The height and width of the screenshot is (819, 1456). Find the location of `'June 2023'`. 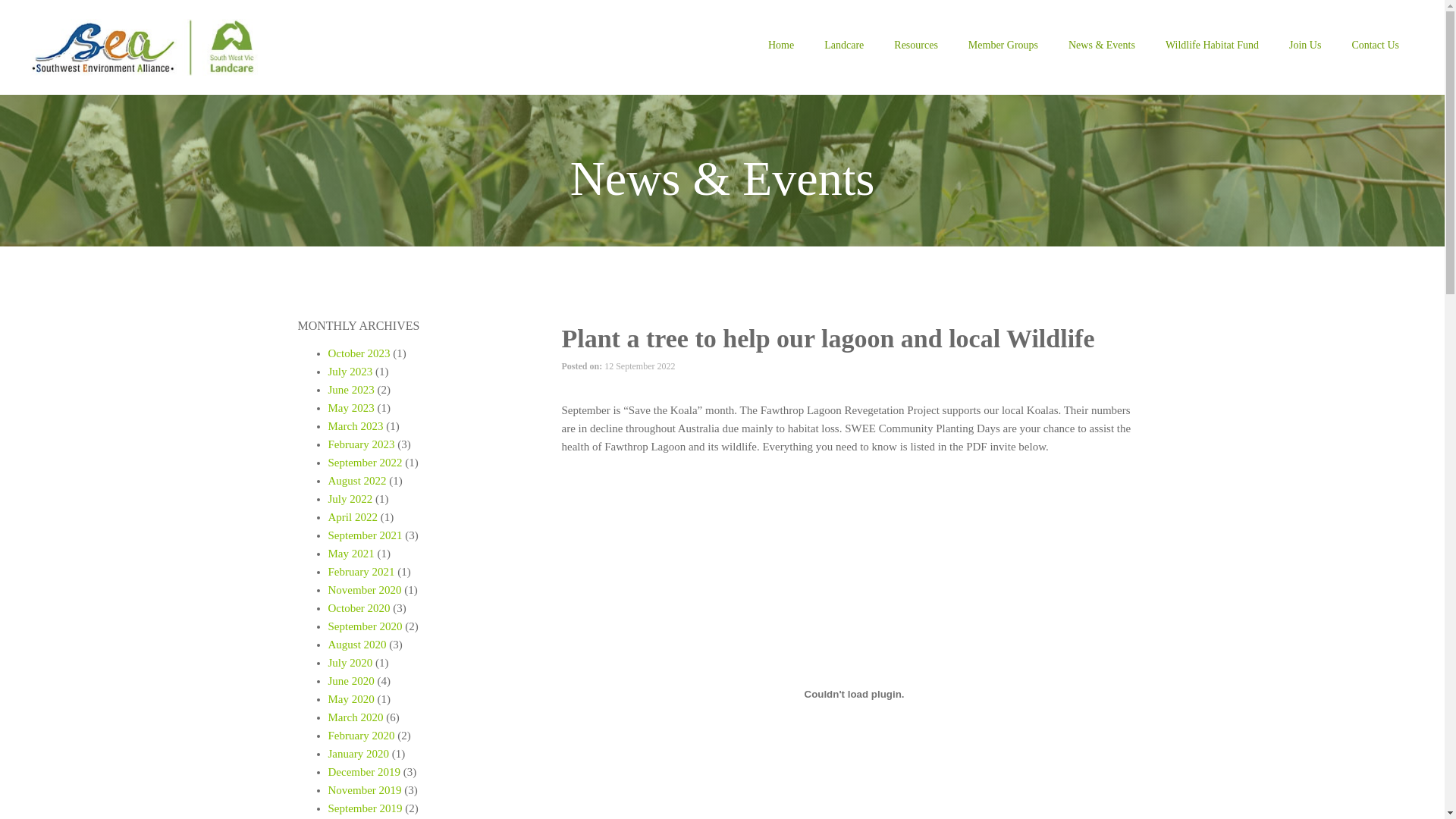

'June 2023' is located at coordinates (327, 388).